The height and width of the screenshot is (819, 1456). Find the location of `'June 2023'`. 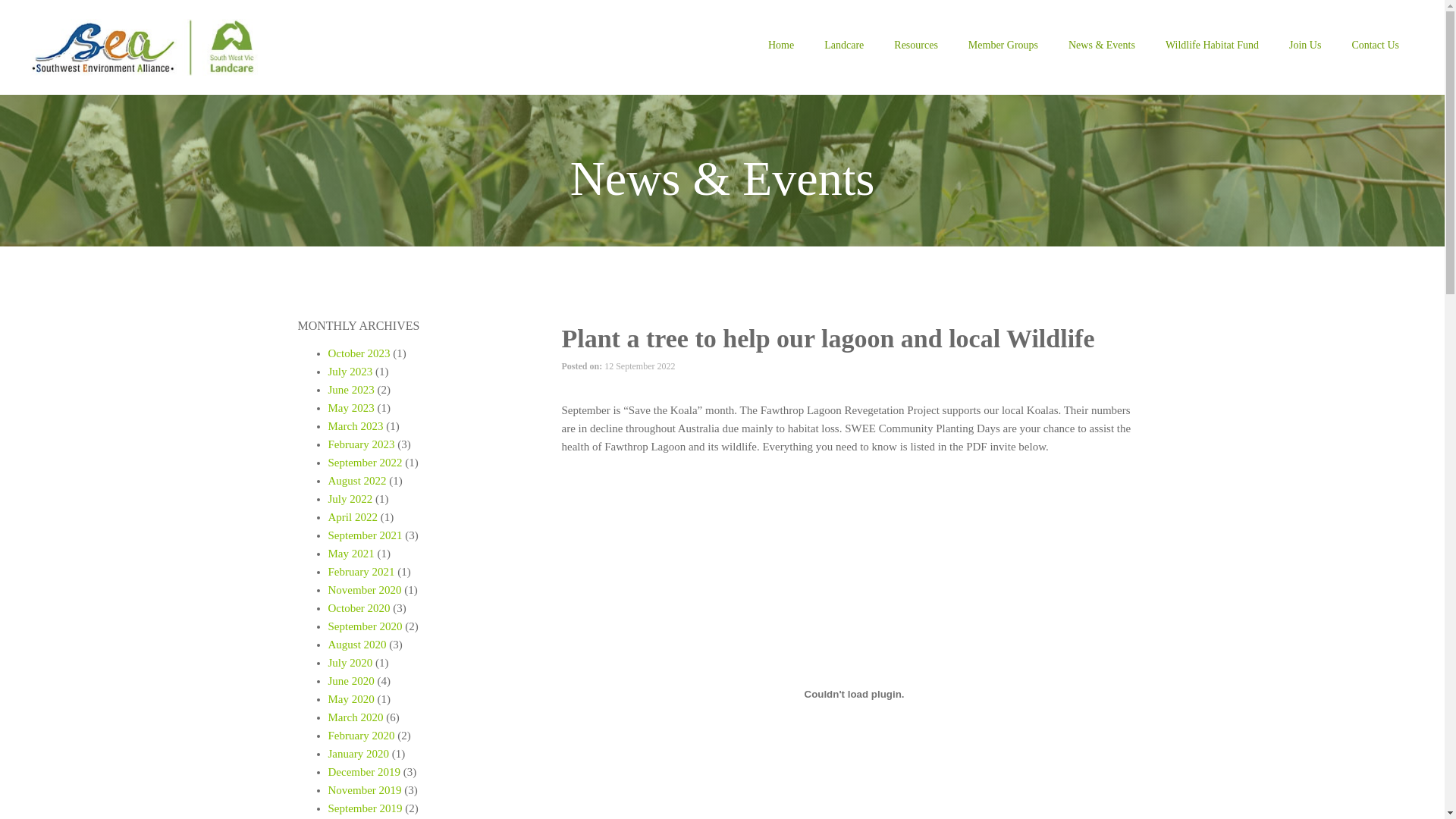

'June 2023' is located at coordinates (327, 388).